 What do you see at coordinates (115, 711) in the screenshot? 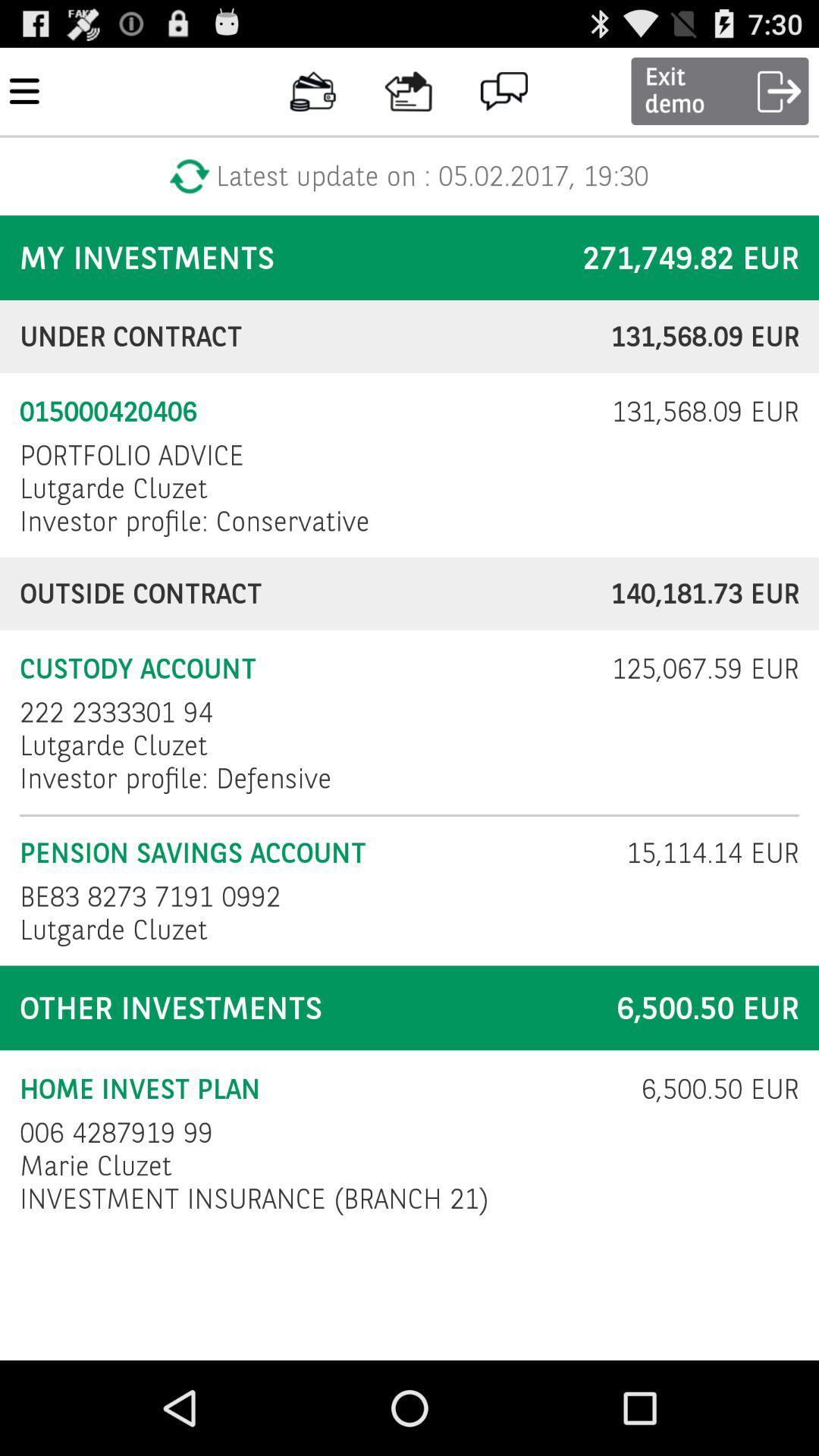
I see `icon to the left of 125 067 59 icon` at bounding box center [115, 711].